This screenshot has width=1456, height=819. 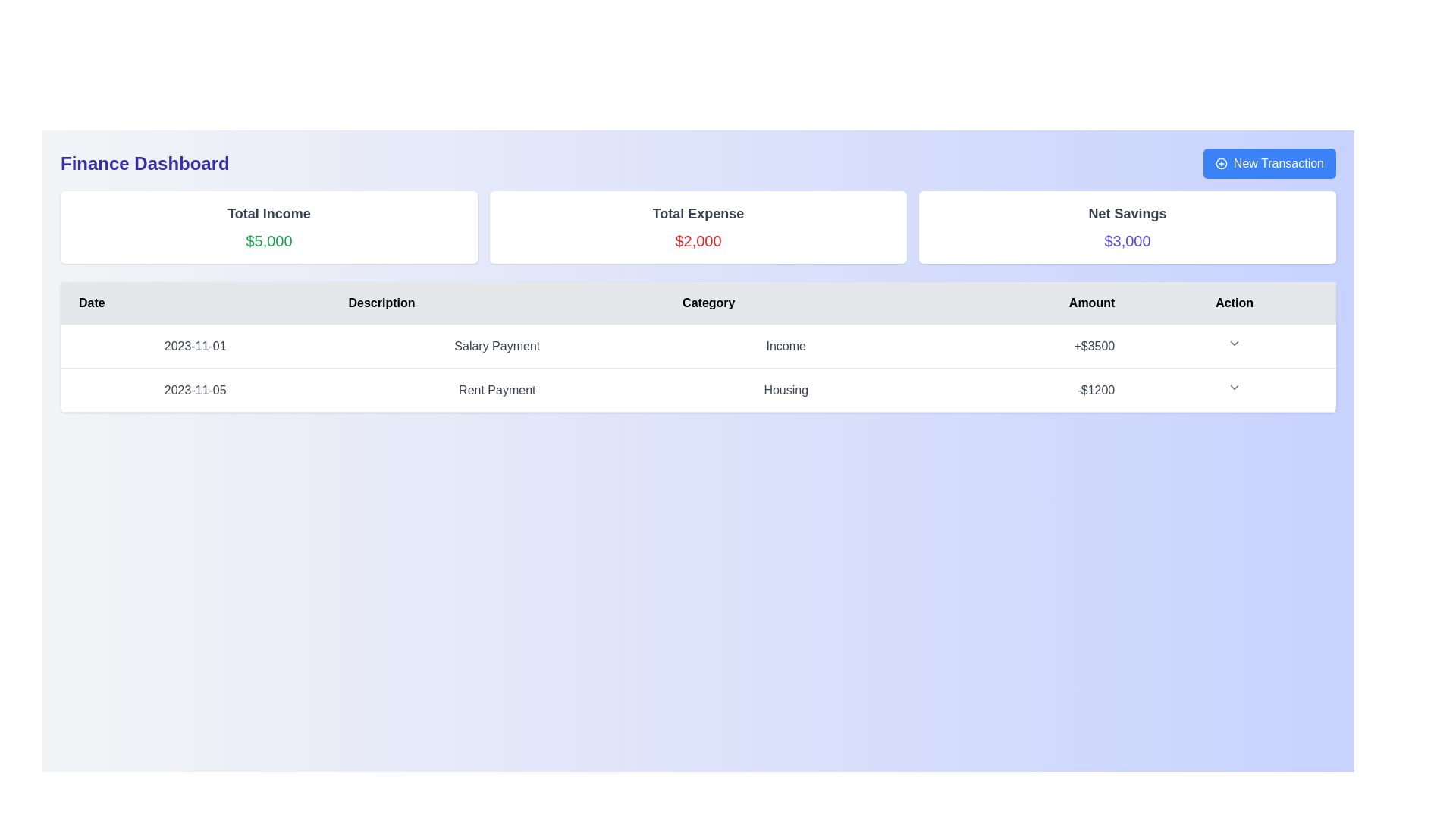 What do you see at coordinates (1128, 240) in the screenshot?
I see `the displayed value of the text element showing '$3,000' in a vibrant indigo color, located in the 'Net Savings' card in the top-right section of the interface` at bounding box center [1128, 240].